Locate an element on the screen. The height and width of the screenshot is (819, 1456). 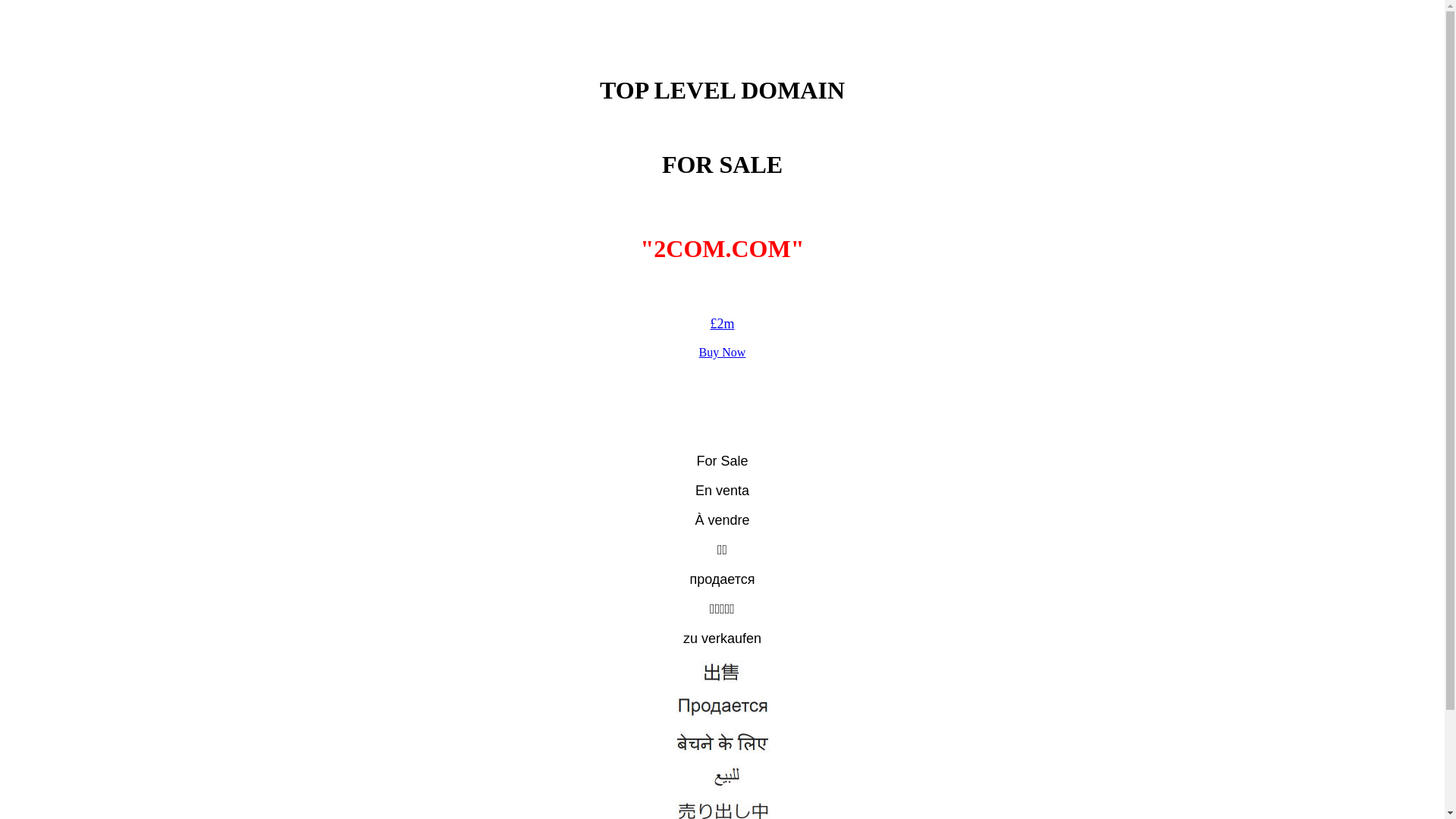
'Buy Now' is located at coordinates (722, 352).